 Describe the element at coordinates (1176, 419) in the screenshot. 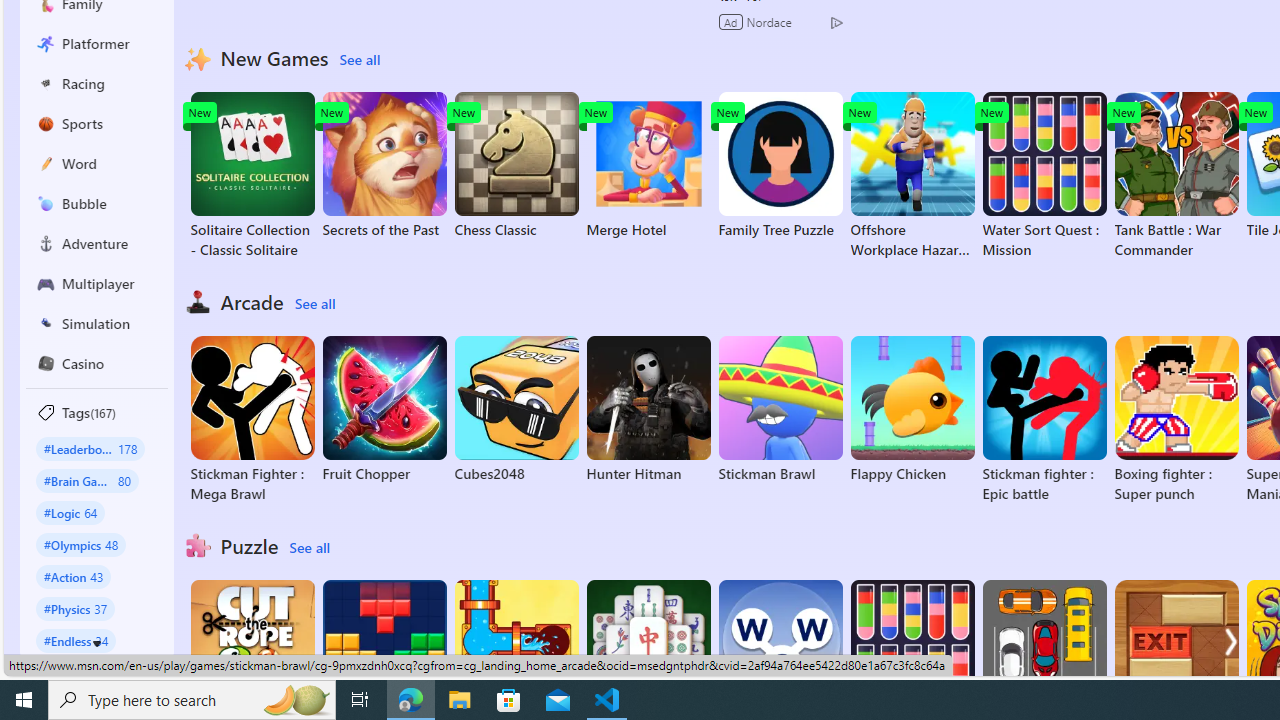

I see `'Boxing fighter : Super punch'` at that location.